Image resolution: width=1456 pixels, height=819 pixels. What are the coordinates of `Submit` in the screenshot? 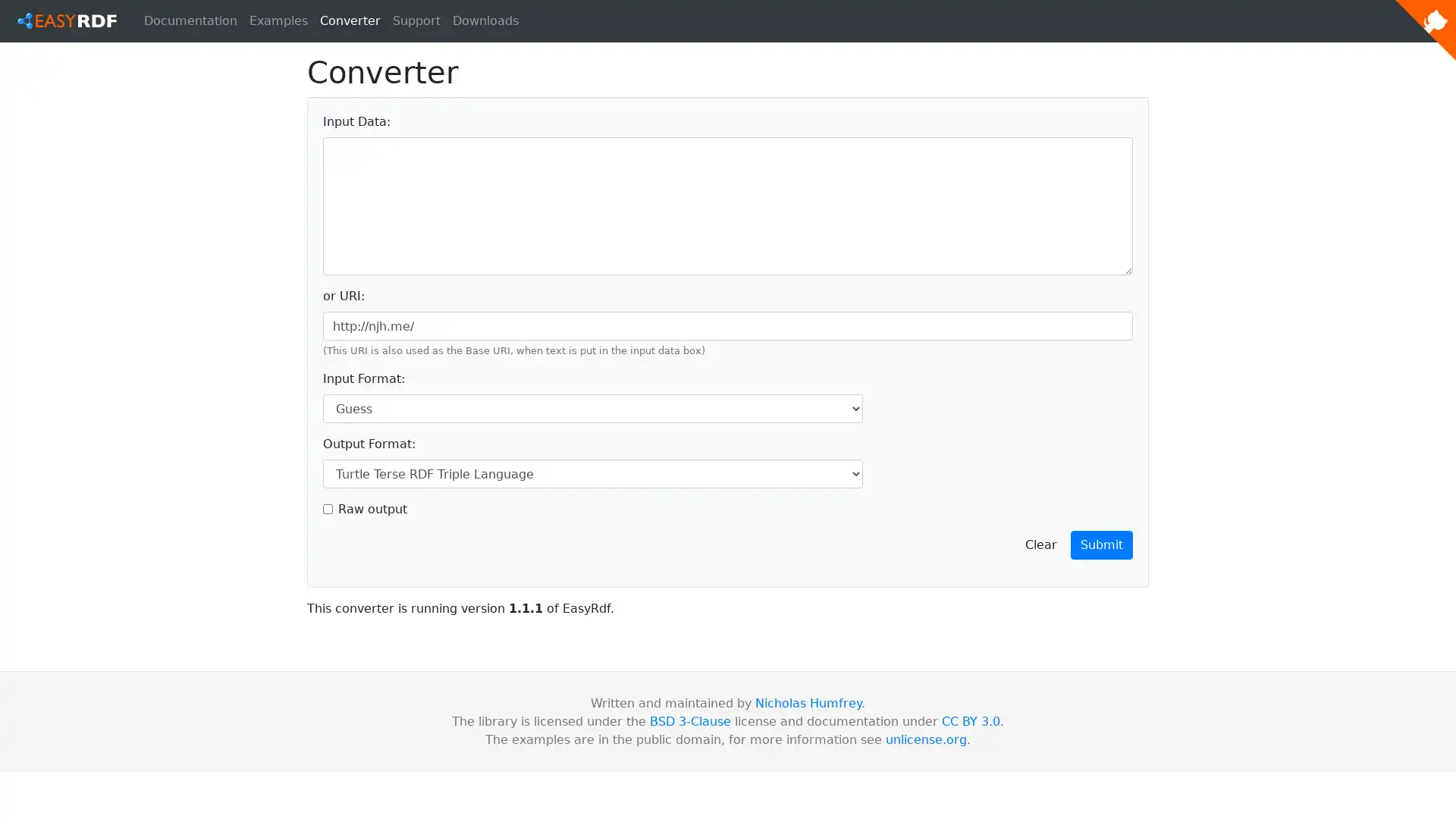 It's located at (1102, 544).